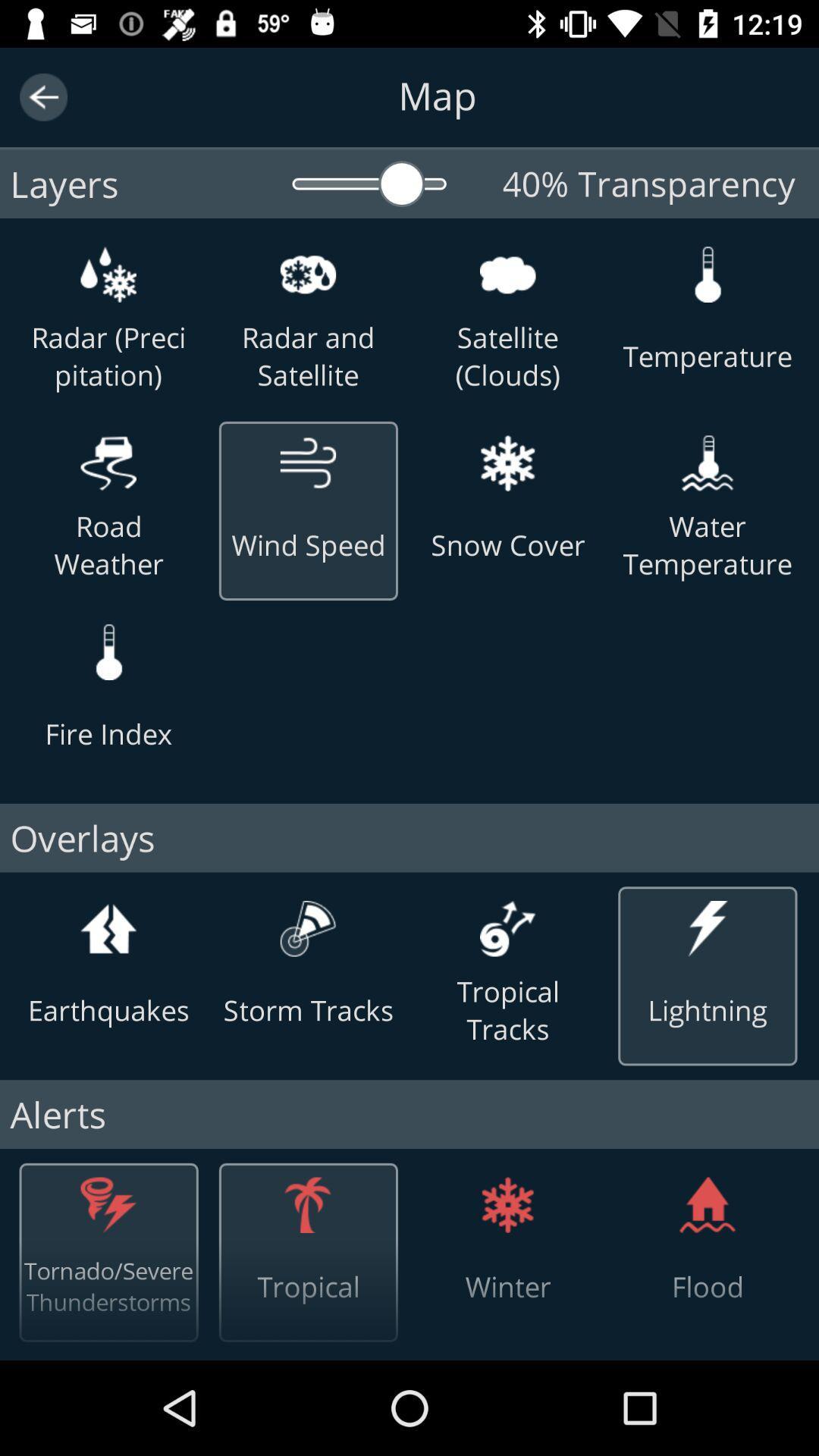 The image size is (819, 1456). What do you see at coordinates (42, 96) in the screenshot?
I see `the arrow_backward icon` at bounding box center [42, 96].